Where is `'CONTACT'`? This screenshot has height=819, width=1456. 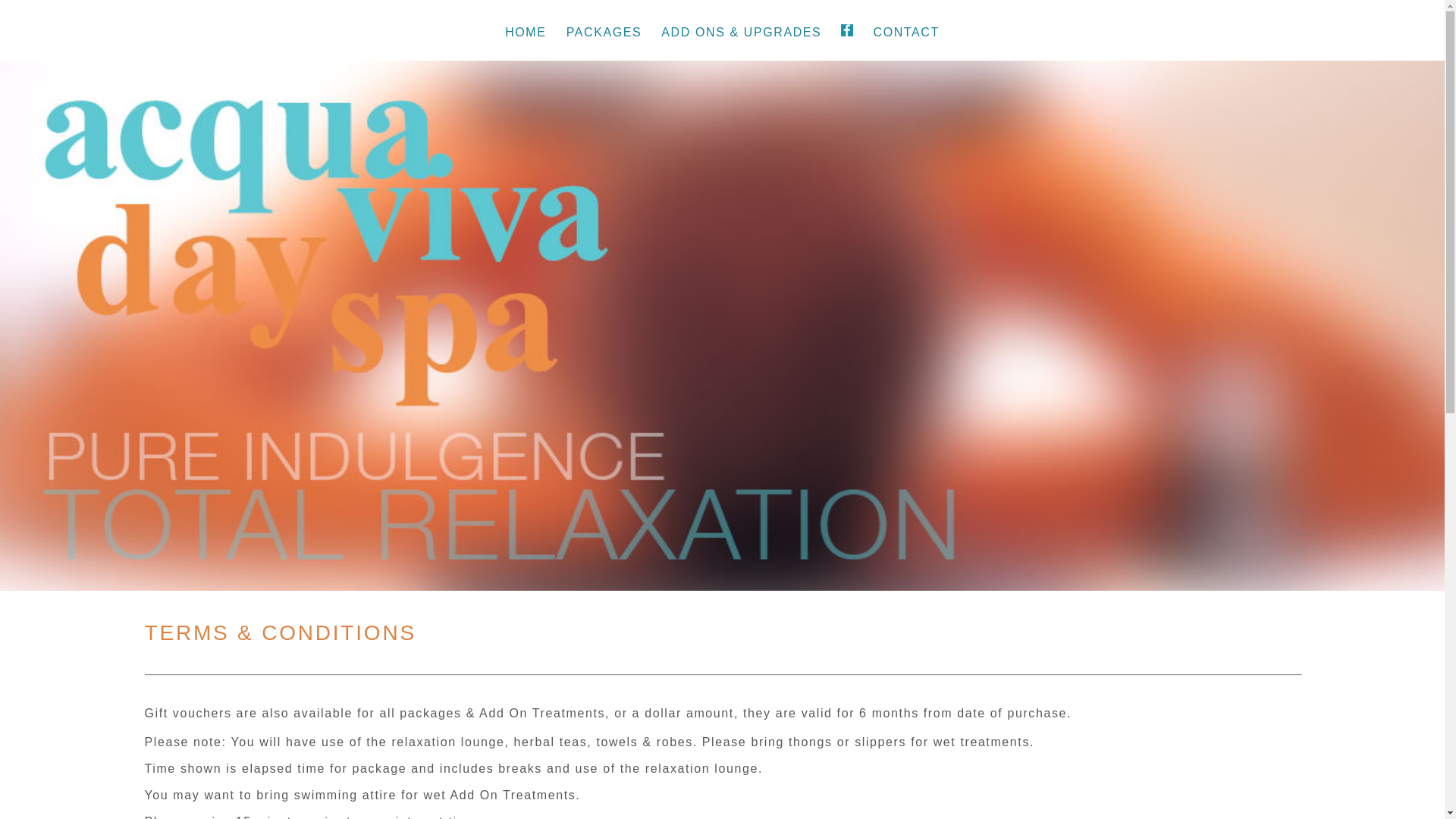 'CONTACT' is located at coordinates (905, 31).